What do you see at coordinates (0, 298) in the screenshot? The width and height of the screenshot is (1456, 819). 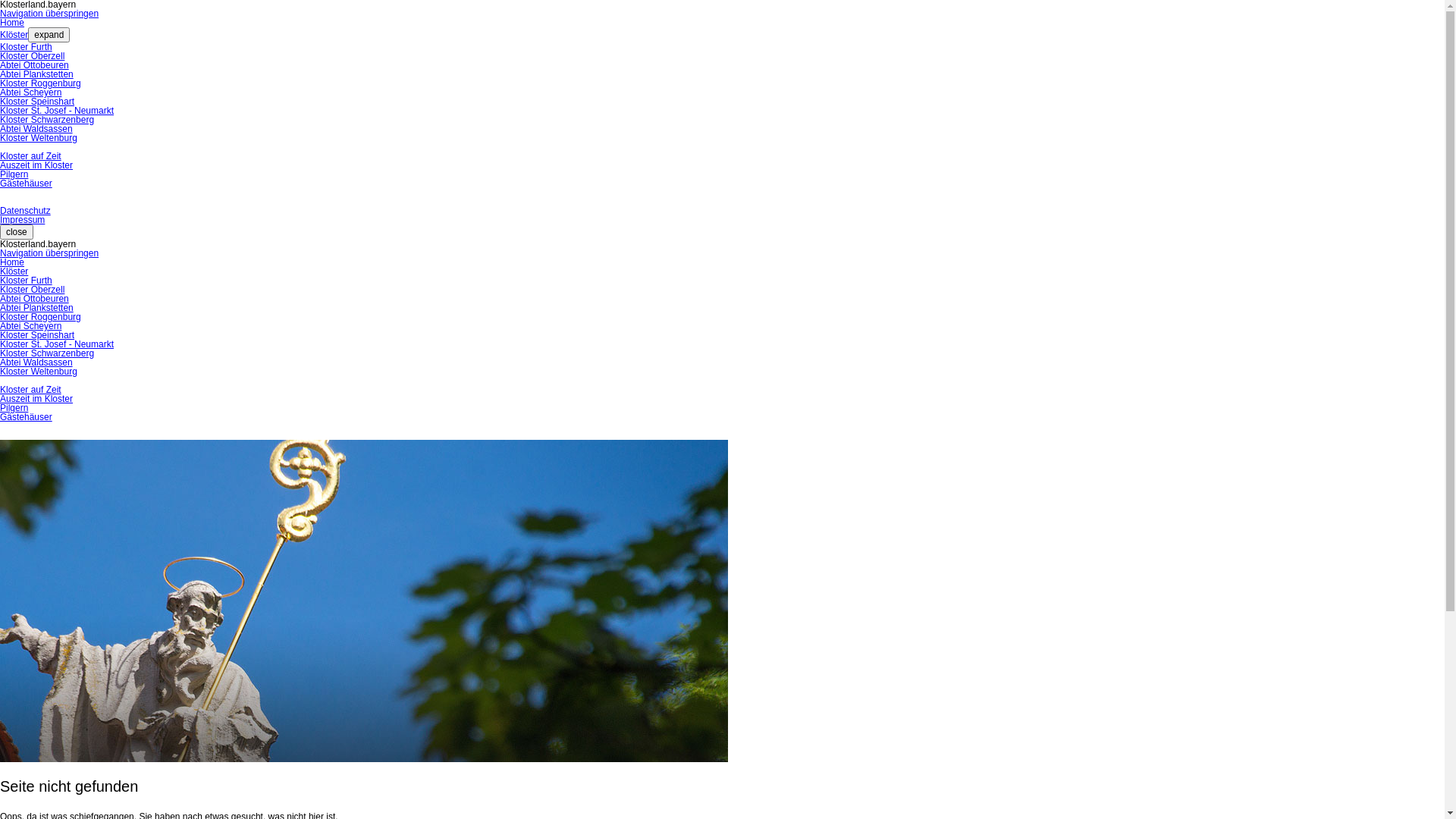 I see `'Abtei Ottobeuren'` at bounding box center [0, 298].